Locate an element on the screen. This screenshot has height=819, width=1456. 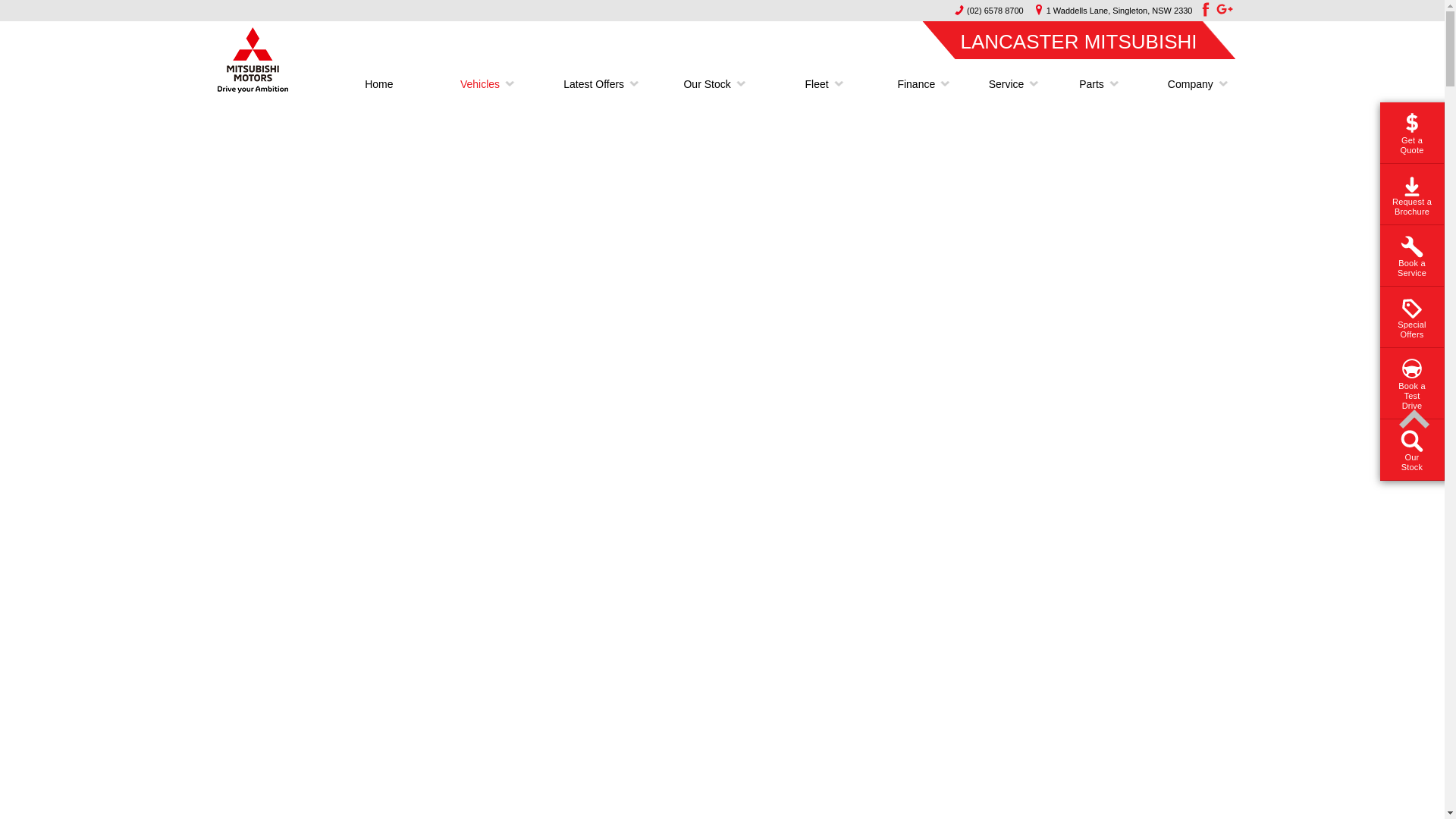
'Service' is located at coordinates (1006, 84).